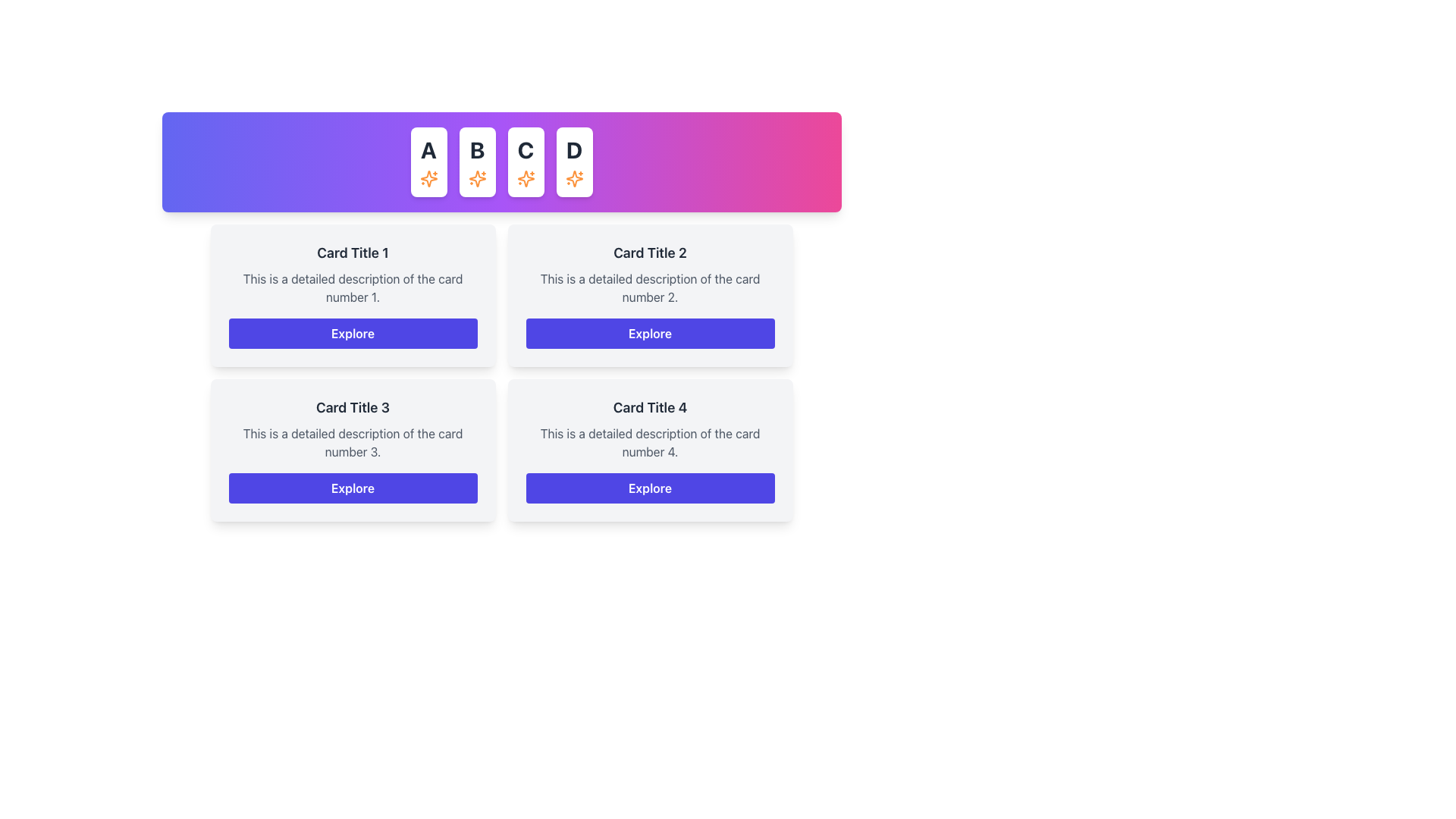 This screenshot has width=1456, height=819. What do you see at coordinates (526, 177) in the screenshot?
I see `the orange star-shaped icon located centrally within the card labeled 'C', which is the second card from the left in a vertical stack` at bounding box center [526, 177].